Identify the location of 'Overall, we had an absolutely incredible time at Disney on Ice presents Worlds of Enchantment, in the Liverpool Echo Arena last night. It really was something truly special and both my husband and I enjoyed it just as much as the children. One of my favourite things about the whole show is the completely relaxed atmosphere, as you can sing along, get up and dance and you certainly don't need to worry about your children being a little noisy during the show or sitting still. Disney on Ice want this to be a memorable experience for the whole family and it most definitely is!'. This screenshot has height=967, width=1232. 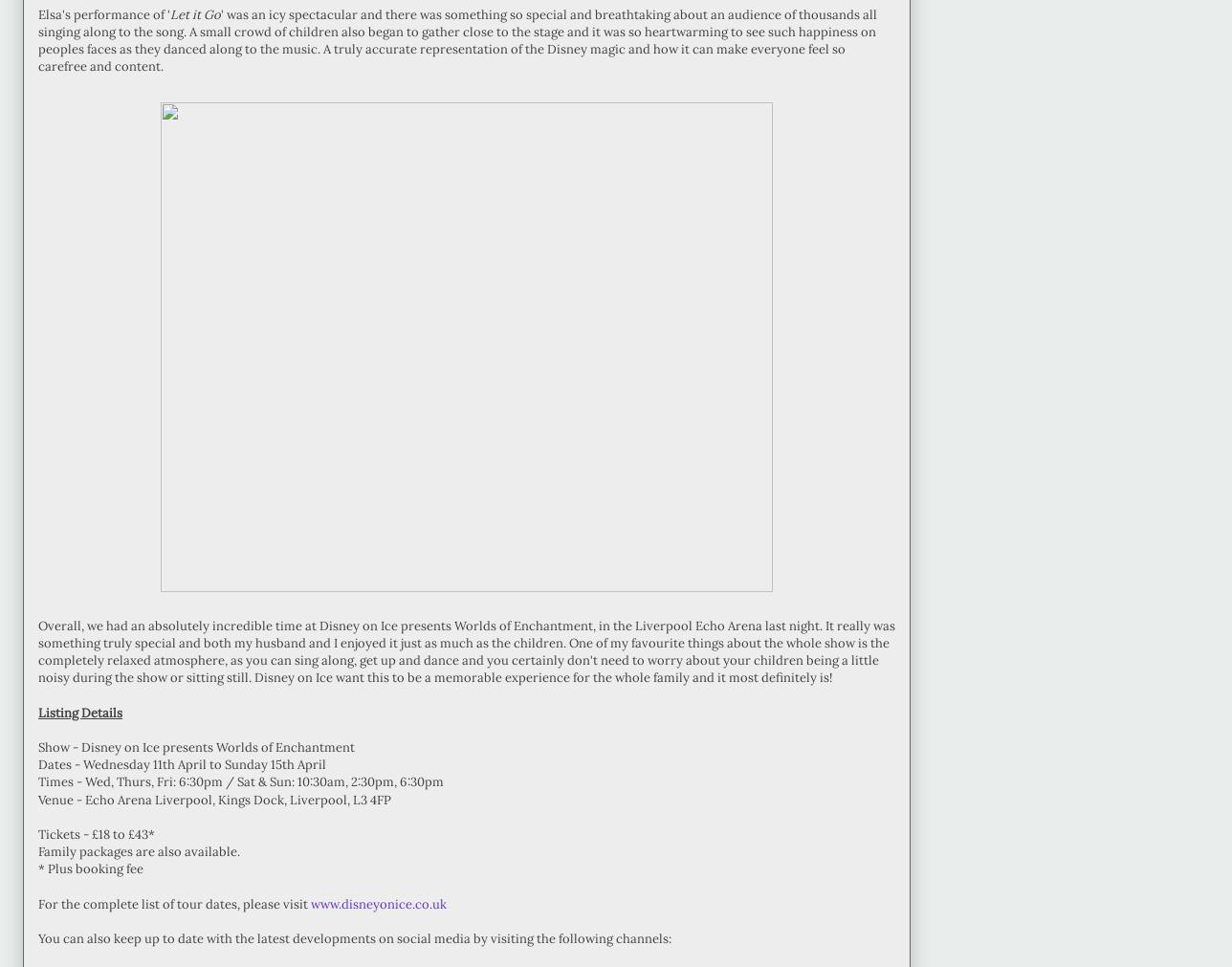
(467, 650).